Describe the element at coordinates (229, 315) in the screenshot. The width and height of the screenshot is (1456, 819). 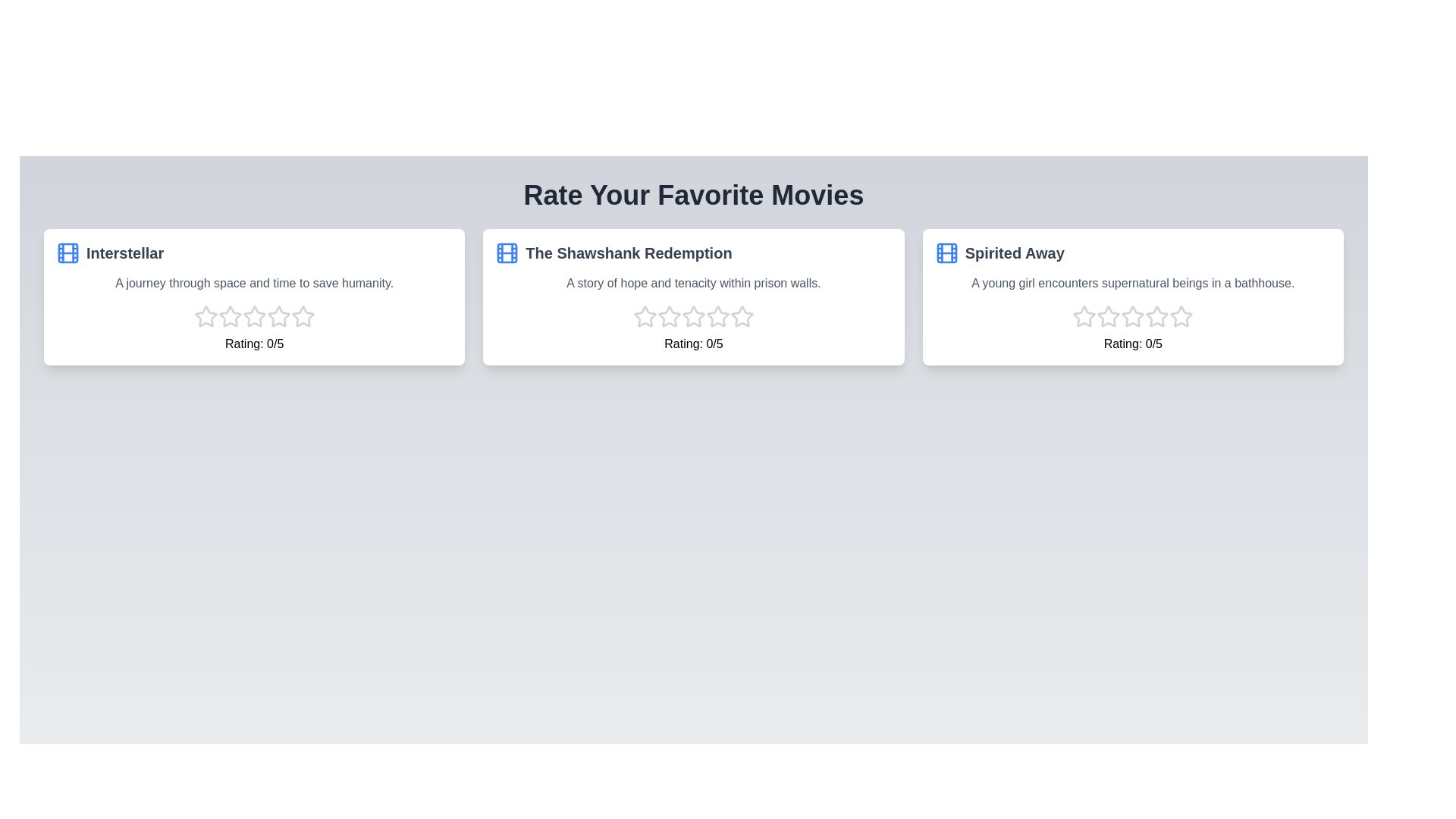
I see `the star corresponding to the 2 rating for the movie Interstellar` at that location.